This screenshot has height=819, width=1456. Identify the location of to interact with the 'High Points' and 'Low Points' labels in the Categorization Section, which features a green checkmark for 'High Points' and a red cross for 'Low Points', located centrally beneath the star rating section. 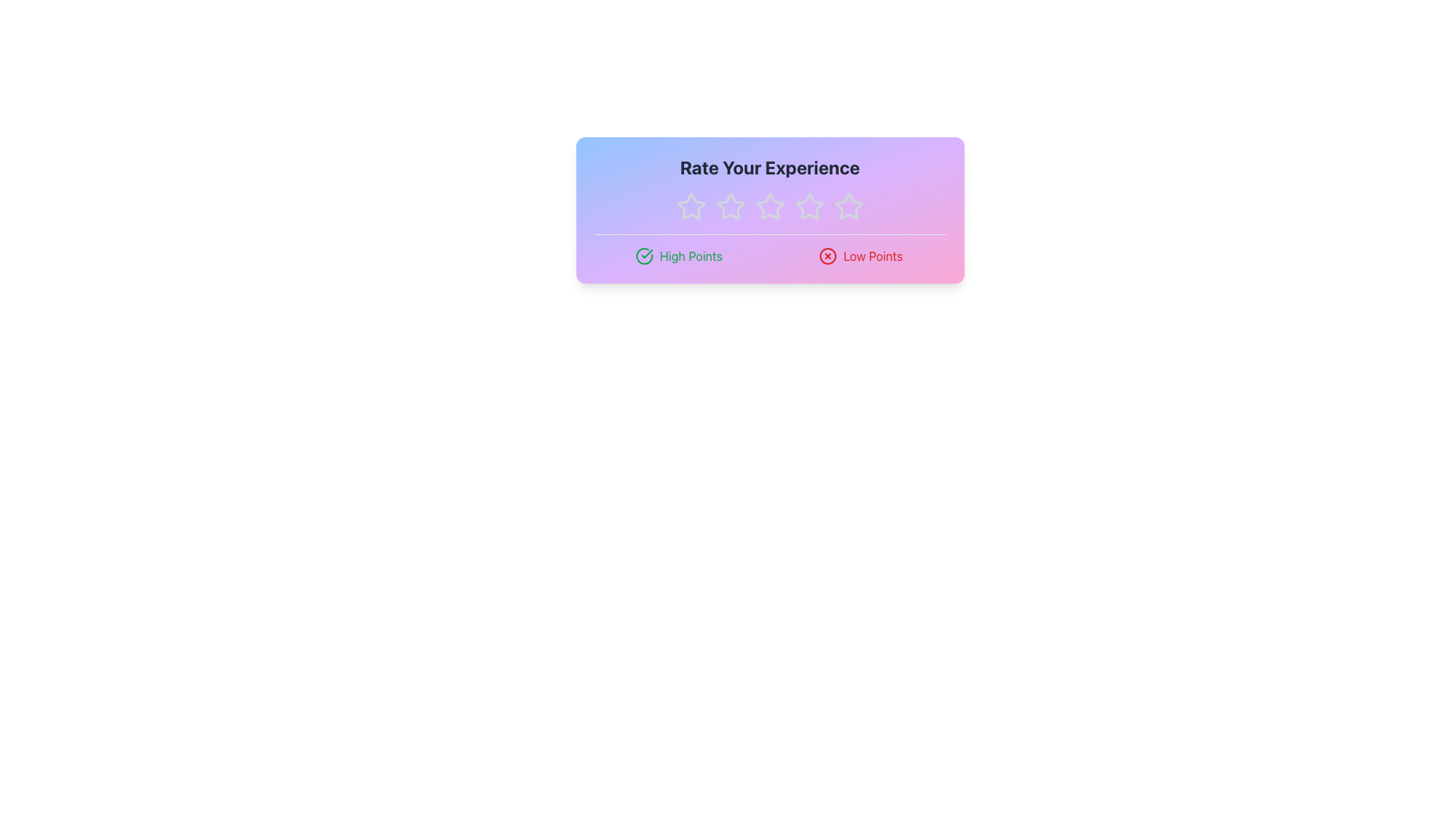
(770, 256).